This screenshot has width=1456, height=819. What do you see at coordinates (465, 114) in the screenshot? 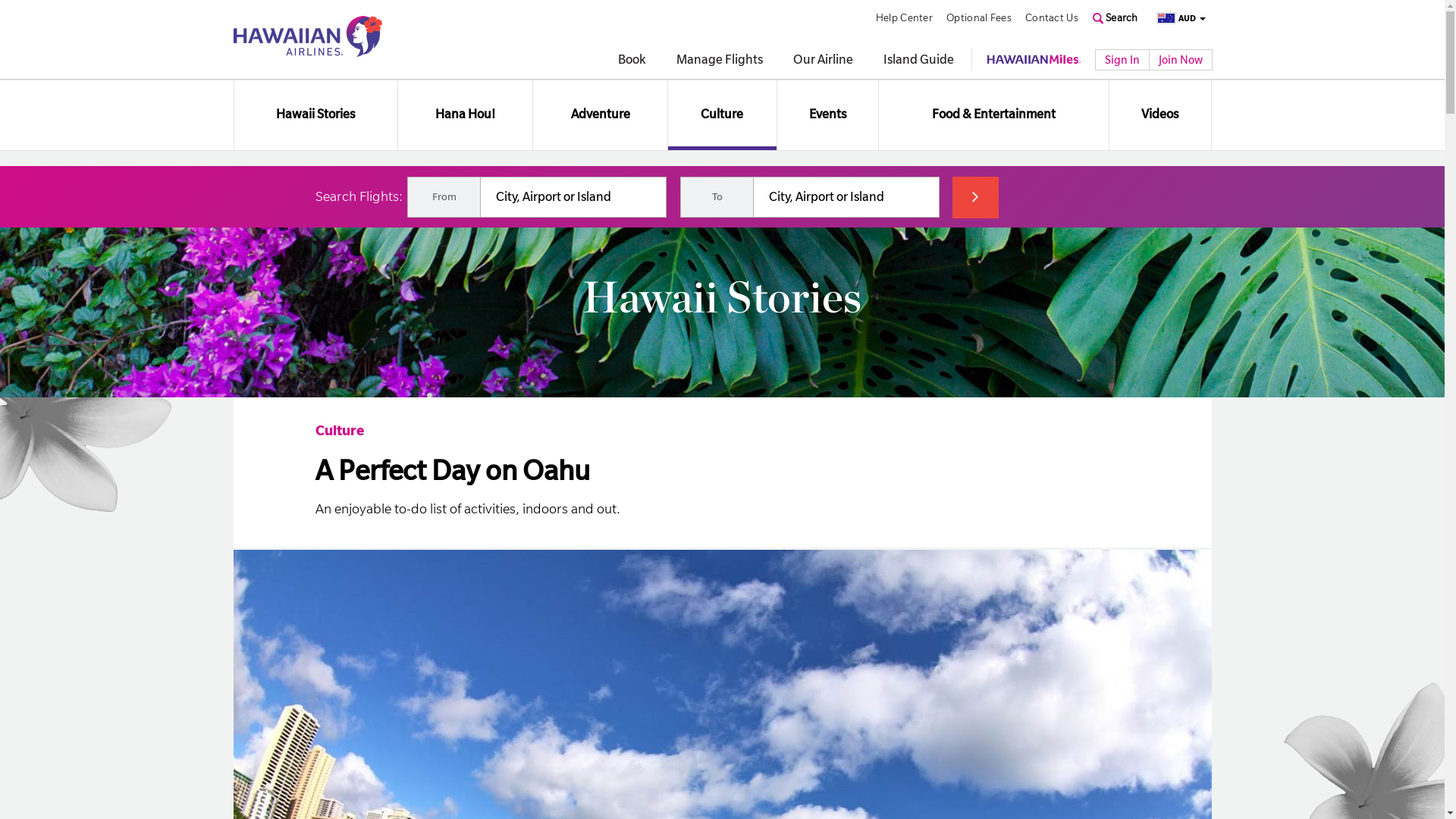
I see `'Hana Hou!'` at bounding box center [465, 114].